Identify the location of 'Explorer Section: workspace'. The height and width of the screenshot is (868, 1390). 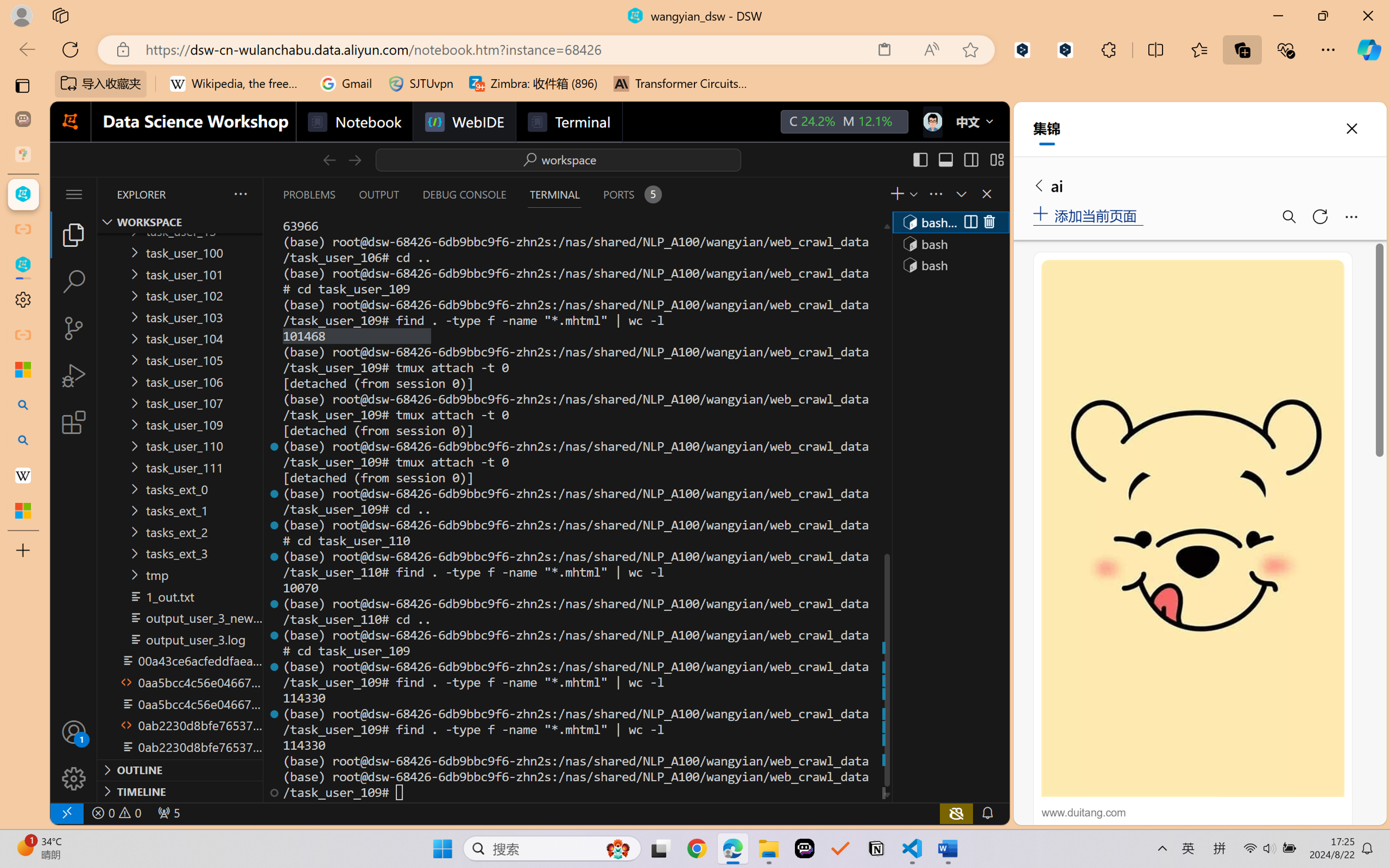
(180, 222).